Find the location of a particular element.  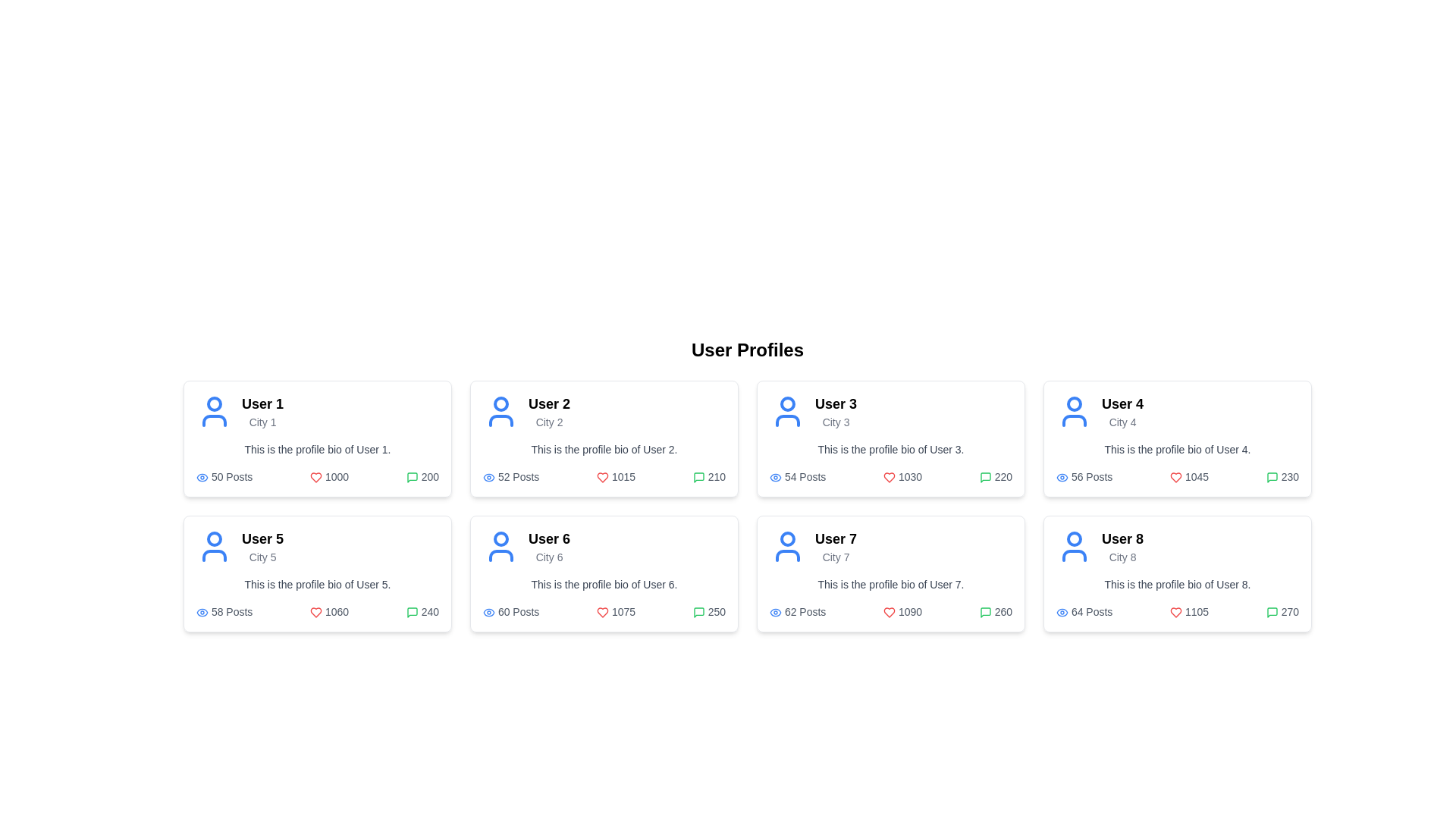

the text label displaying the count of likes or favorites for 'User 7', which is the second item in the footer of the card, located between '62 Posts' and '260' is located at coordinates (902, 610).